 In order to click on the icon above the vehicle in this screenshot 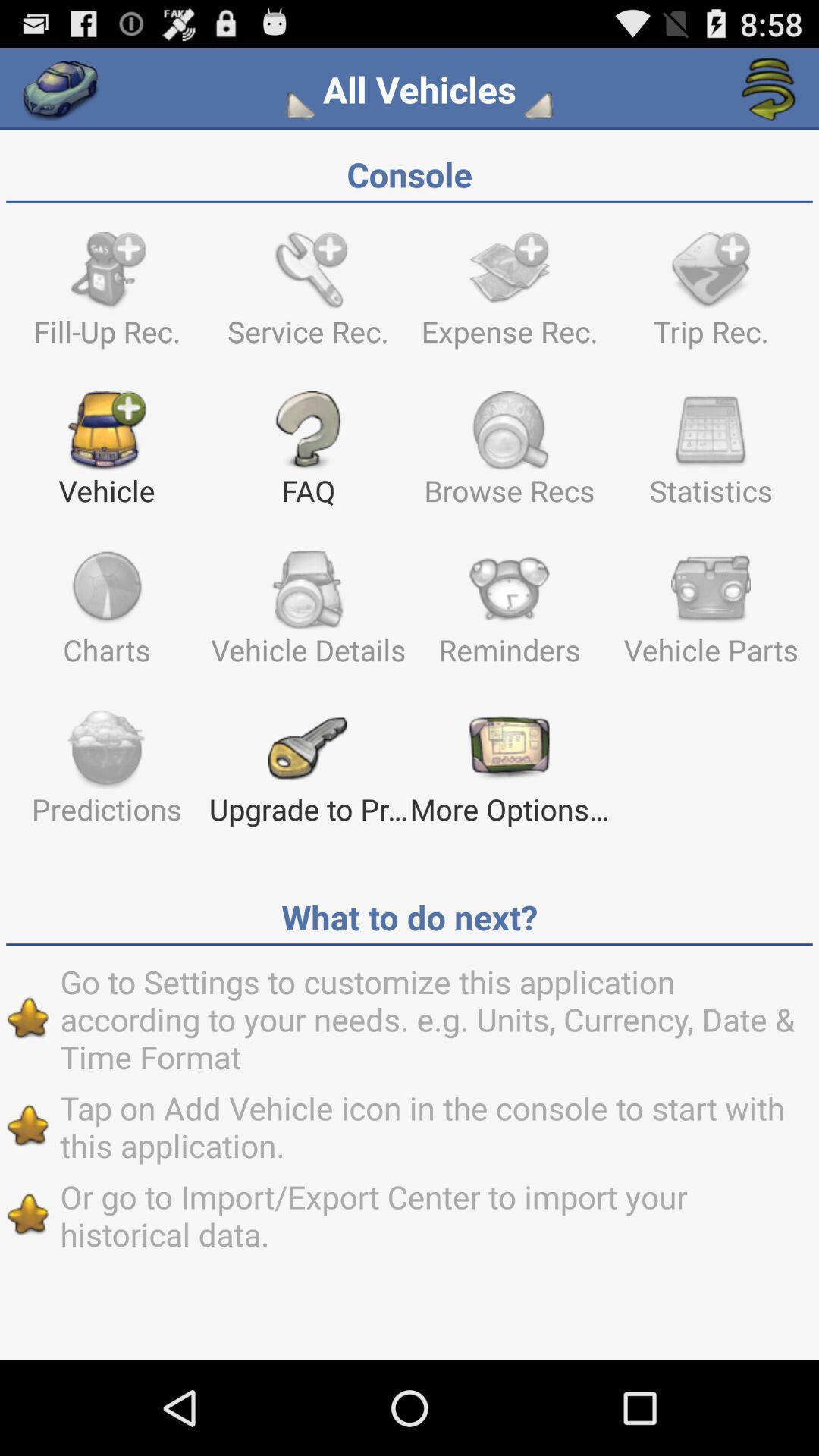, I will do `click(106, 297)`.